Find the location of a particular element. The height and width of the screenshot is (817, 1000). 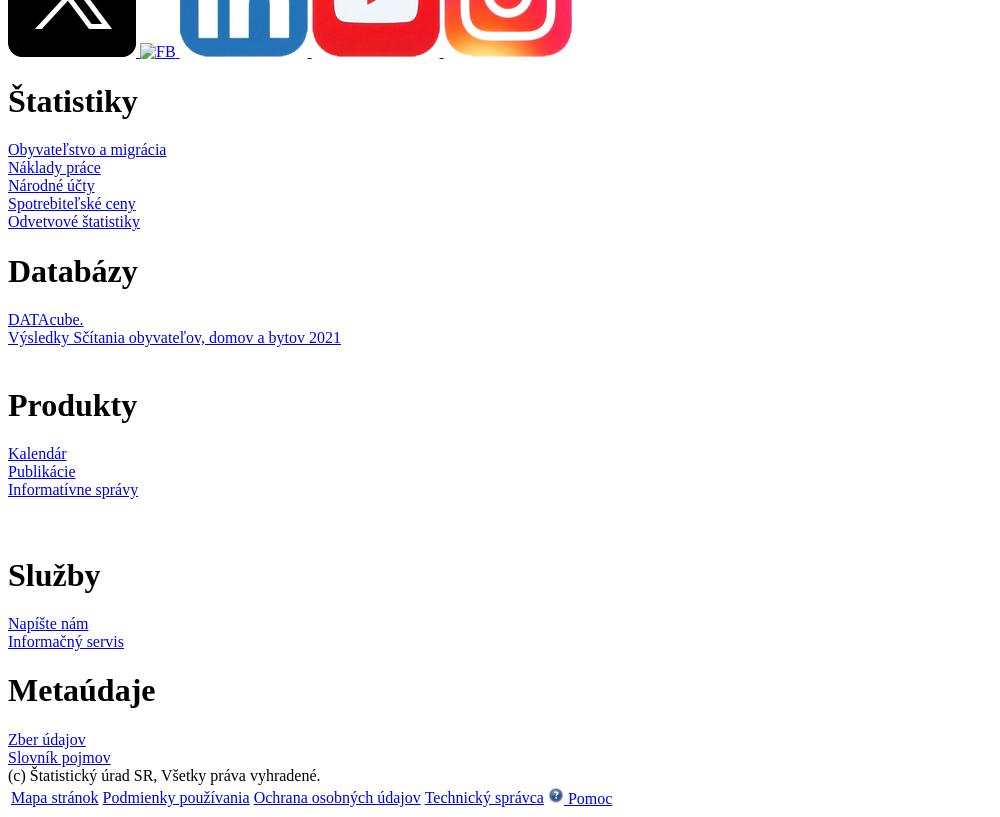

'Napíšte nám' is located at coordinates (48, 622).